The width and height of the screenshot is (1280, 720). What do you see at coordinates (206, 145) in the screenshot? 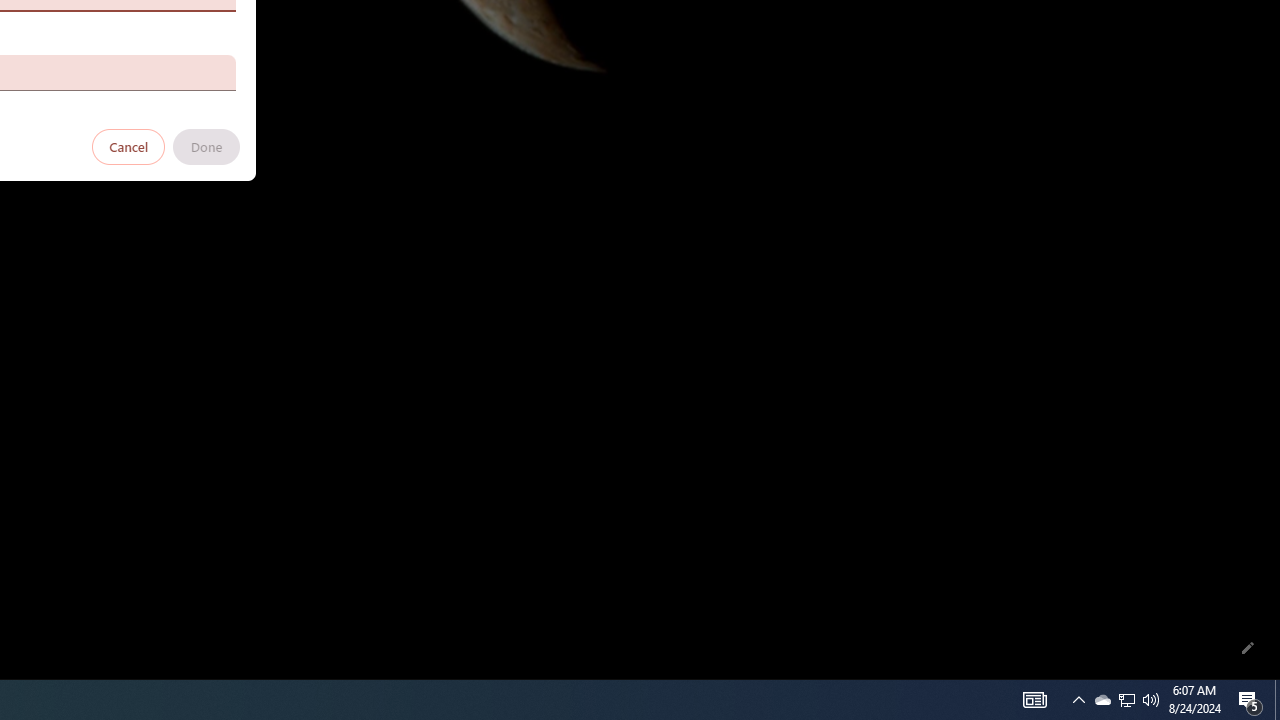
I see `'Done'` at bounding box center [206, 145].